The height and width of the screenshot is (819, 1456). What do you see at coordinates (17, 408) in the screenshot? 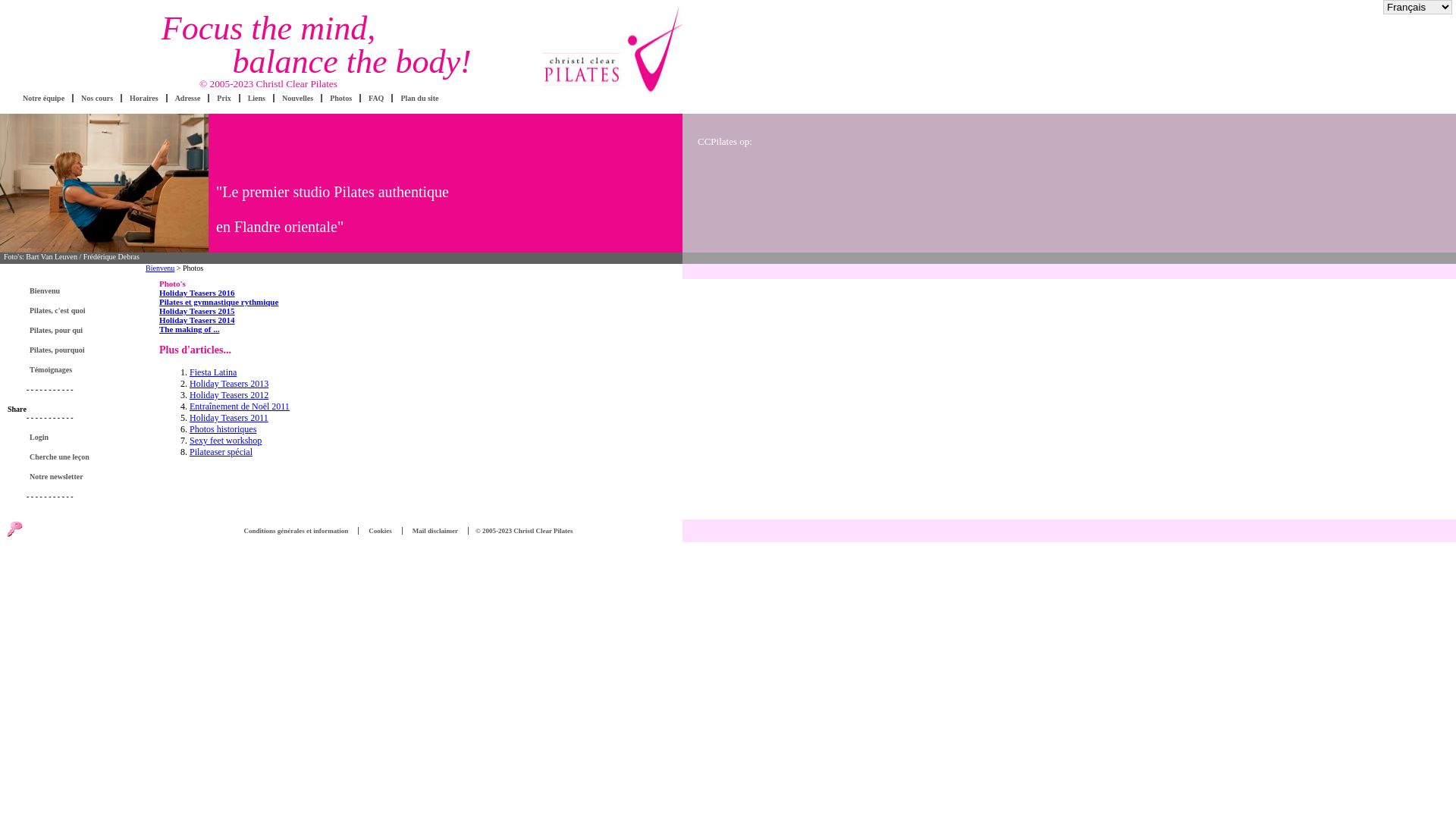
I see `'Share'` at bounding box center [17, 408].